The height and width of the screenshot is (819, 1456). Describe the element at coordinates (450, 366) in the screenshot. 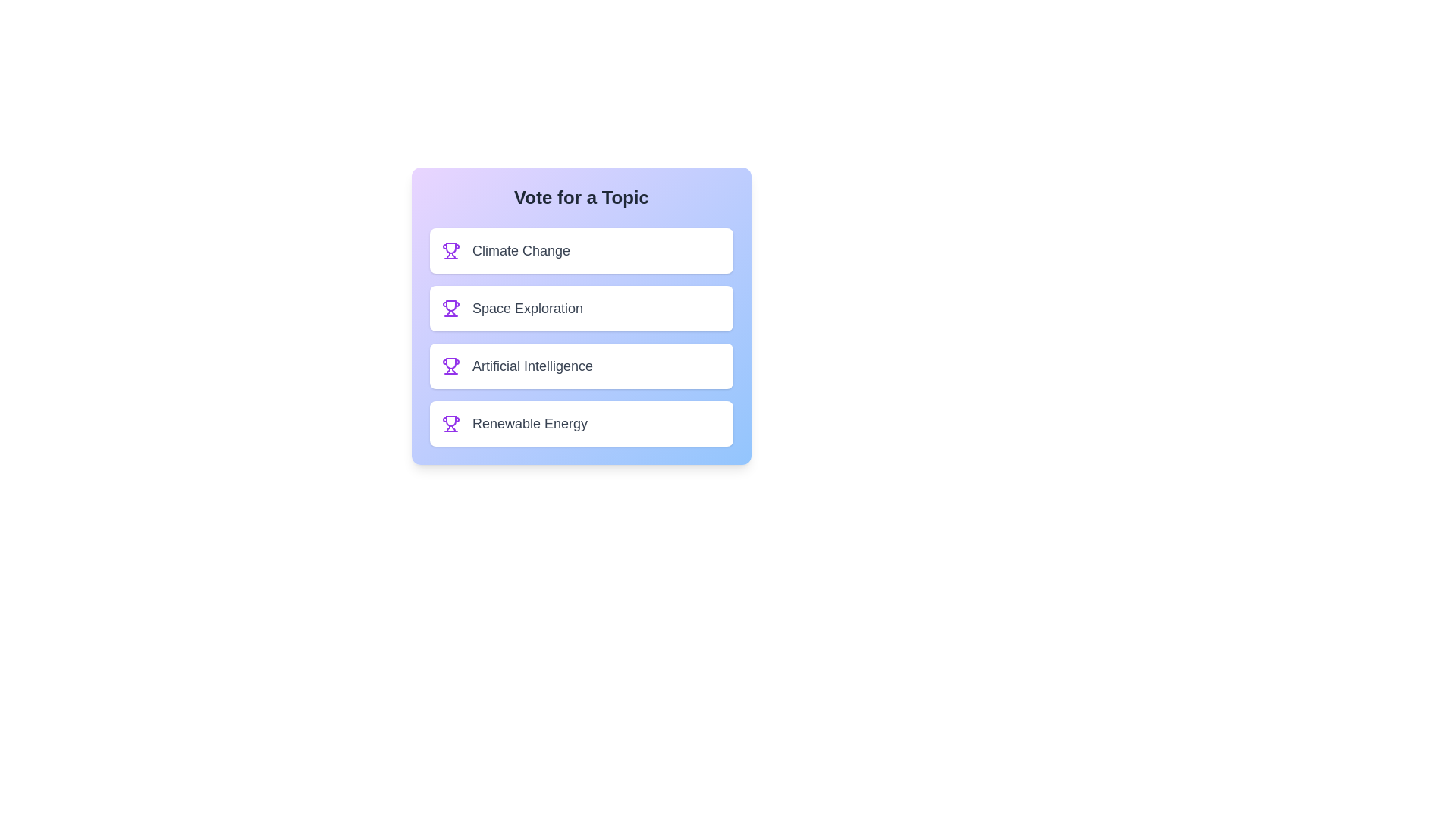

I see `the trophy icon, which is purple in color and located to the left of the text 'Artificial Intelligence' in the 'Vote for a Topic' panel, as a visual cue` at that location.